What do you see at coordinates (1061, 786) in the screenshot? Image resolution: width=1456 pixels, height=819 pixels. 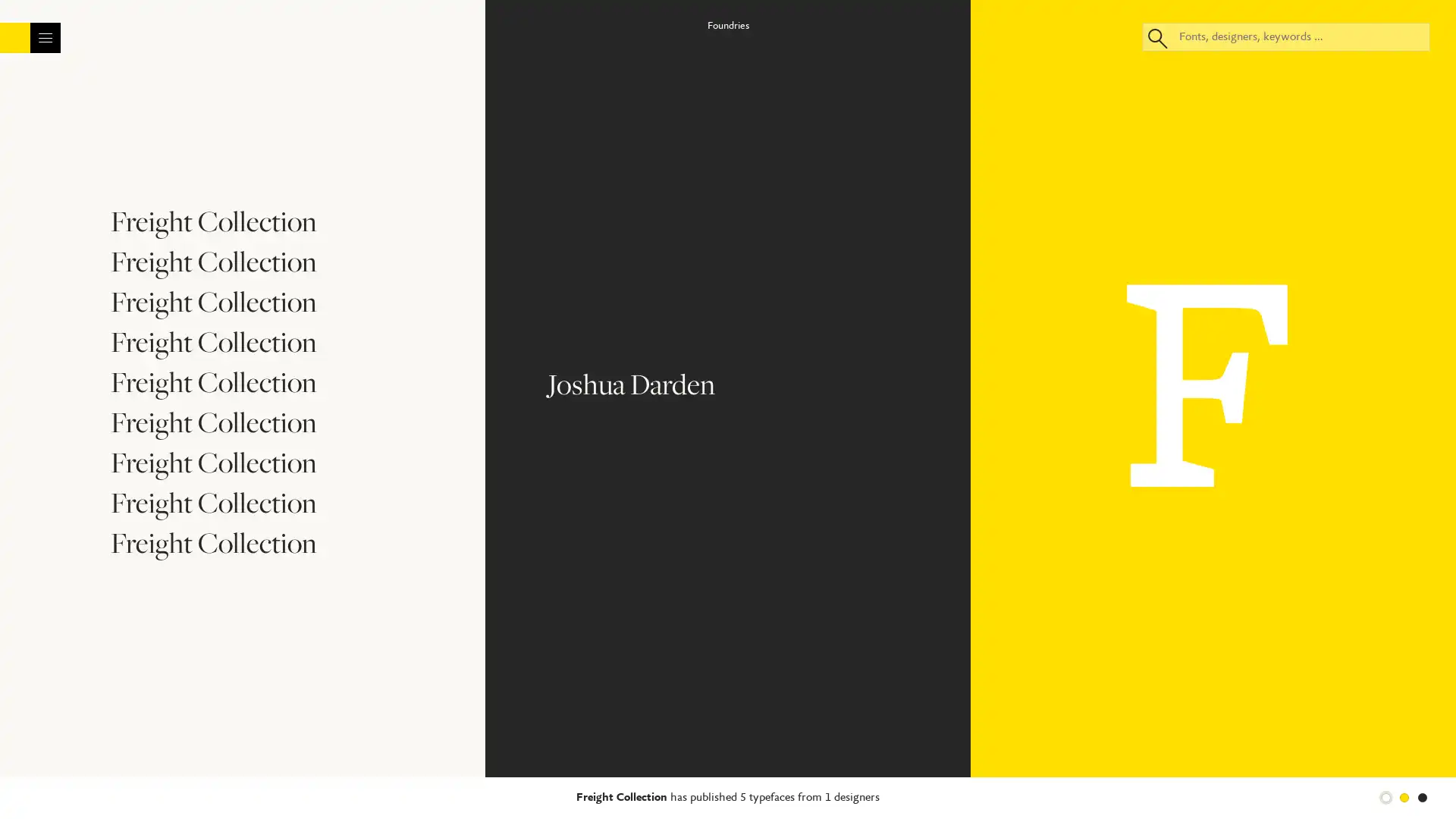 I see `Cookies Settings` at bounding box center [1061, 786].